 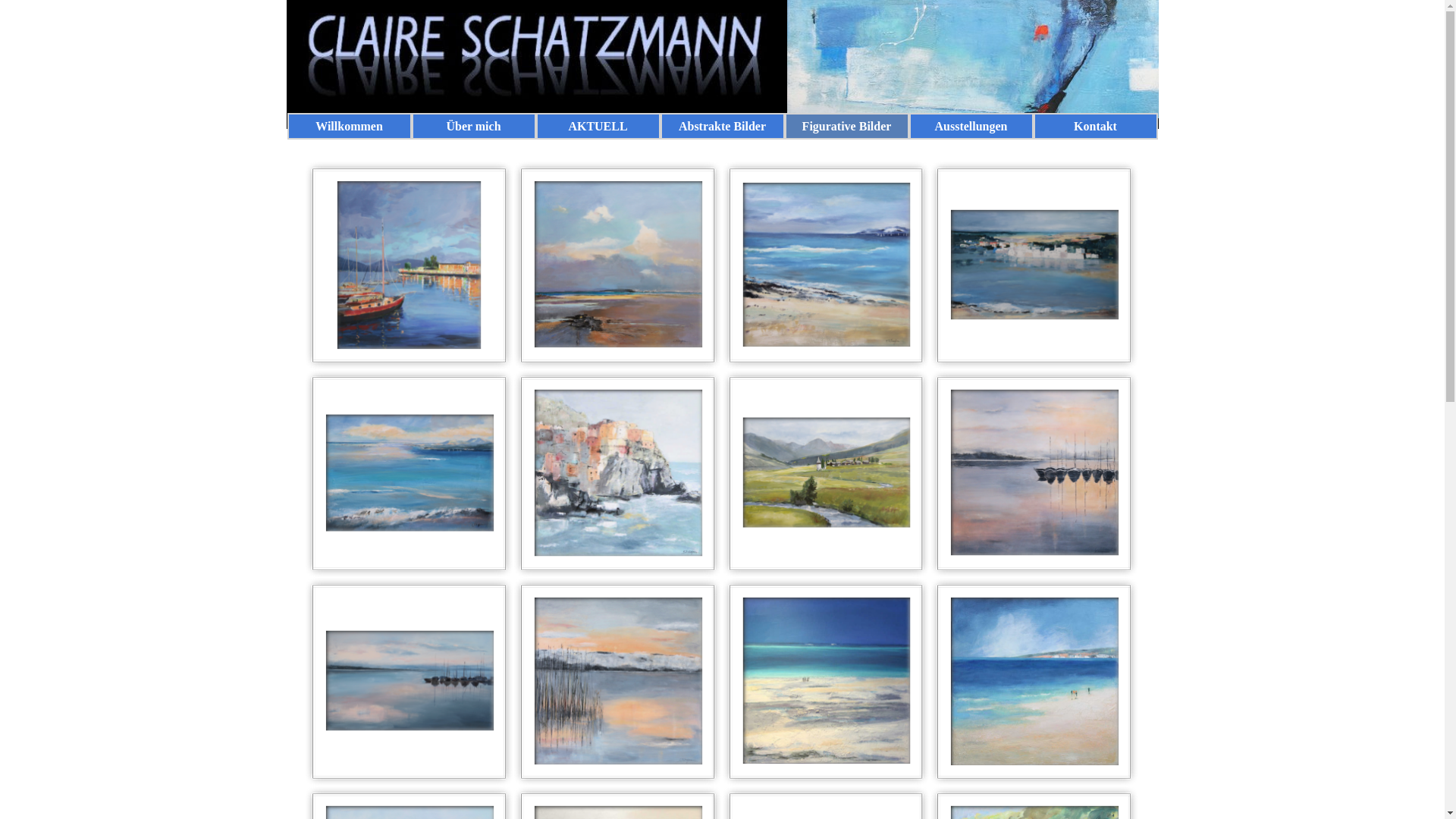 I want to click on 'Willkommen', so click(x=348, y=125).